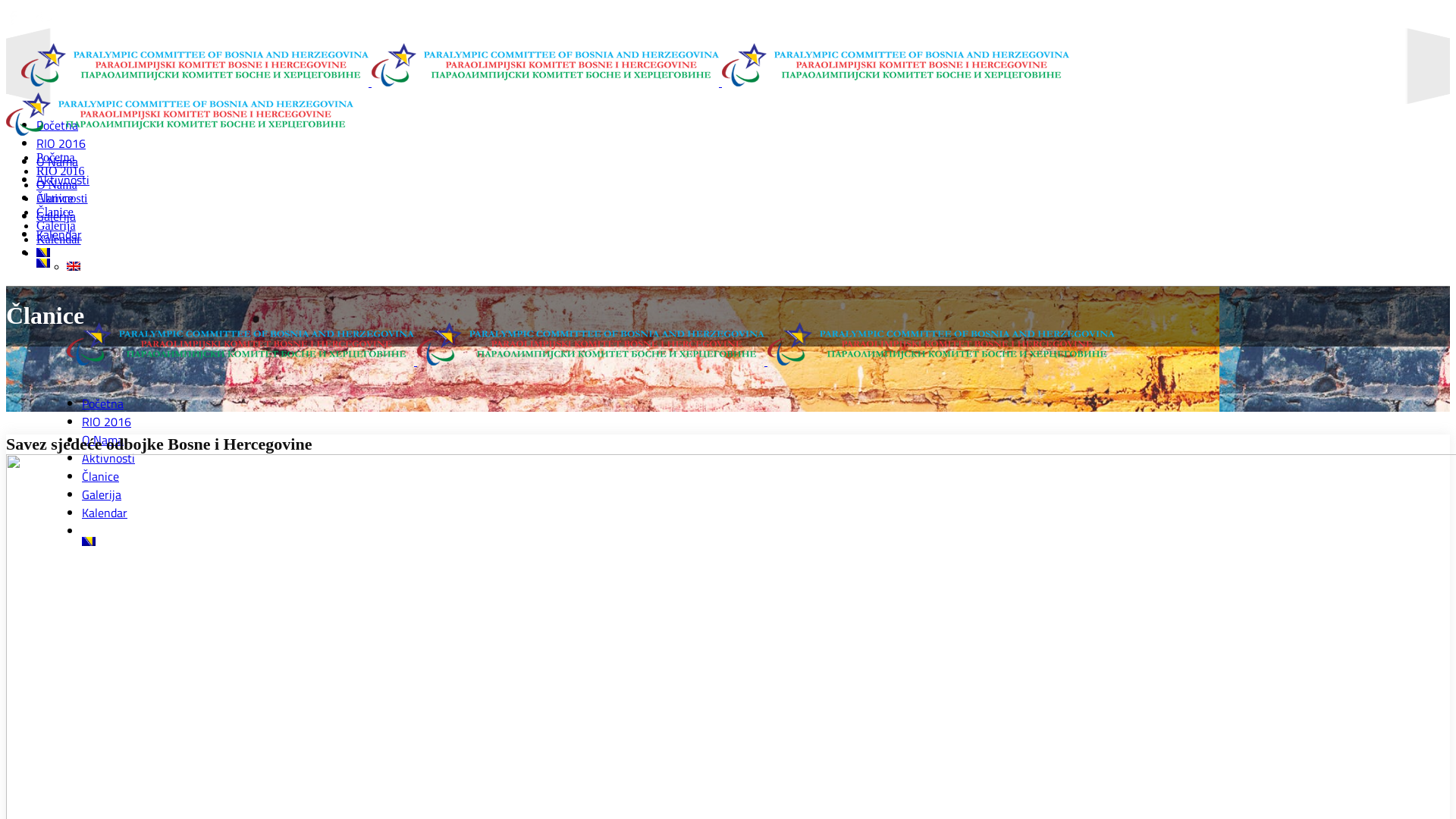  What do you see at coordinates (55, 216) in the screenshot?
I see `'Galerija'` at bounding box center [55, 216].